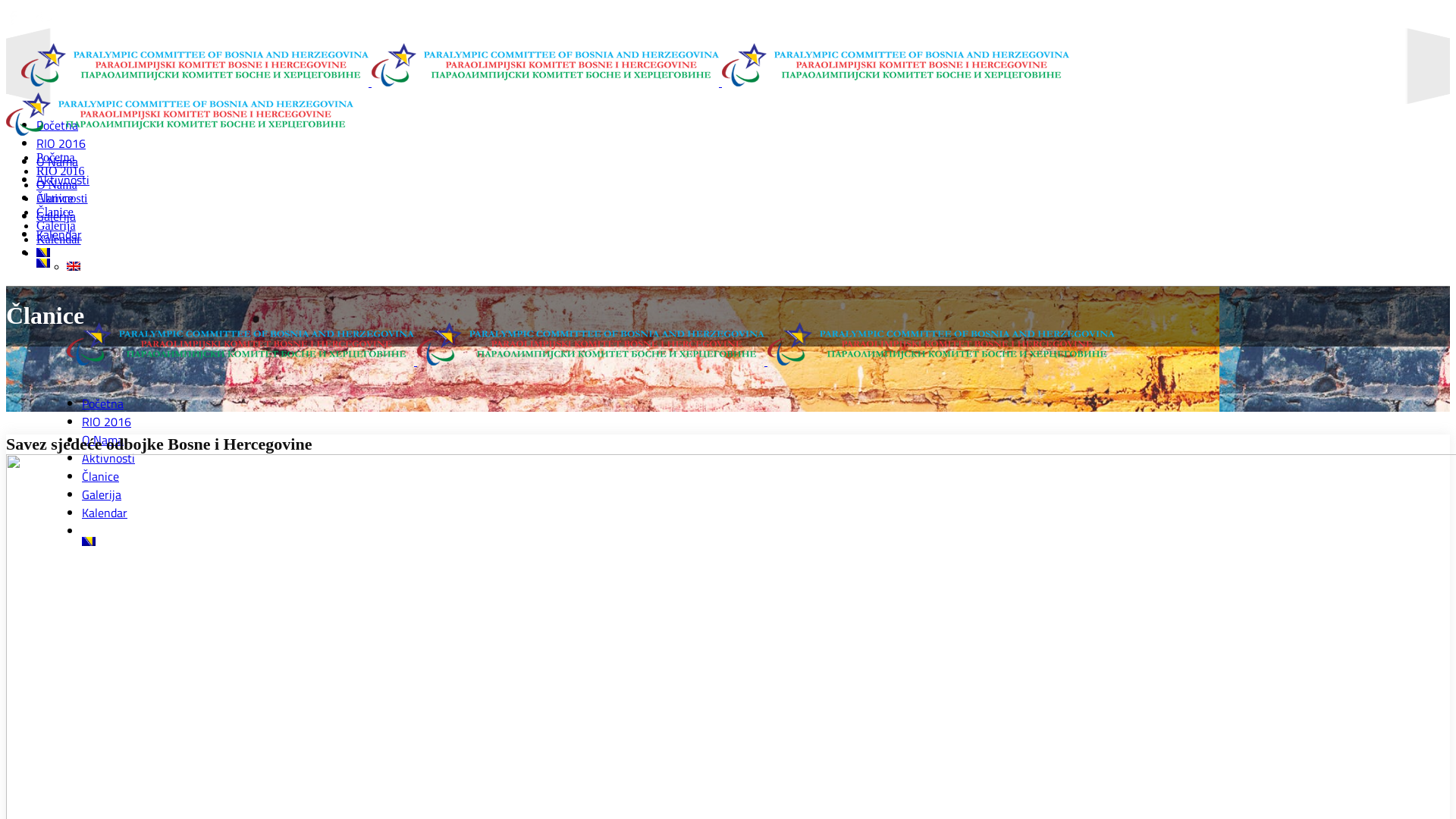  What do you see at coordinates (55, 216) in the screenshot?
I see `'Galerija'` at bounding box center [55, 216].